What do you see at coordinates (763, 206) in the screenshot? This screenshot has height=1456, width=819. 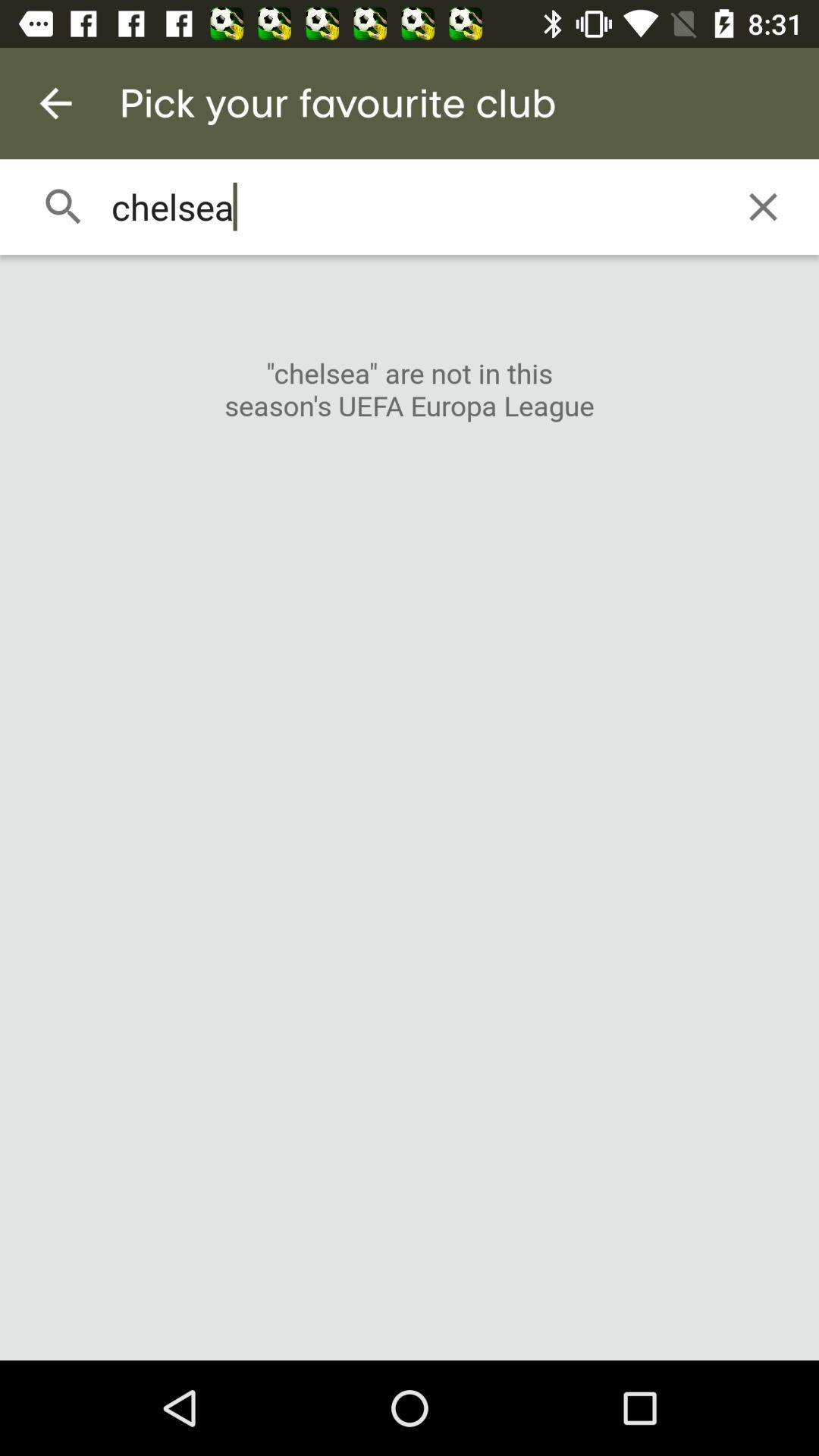 I see `icon above chelsea are not` at bounding box center [763, 206].